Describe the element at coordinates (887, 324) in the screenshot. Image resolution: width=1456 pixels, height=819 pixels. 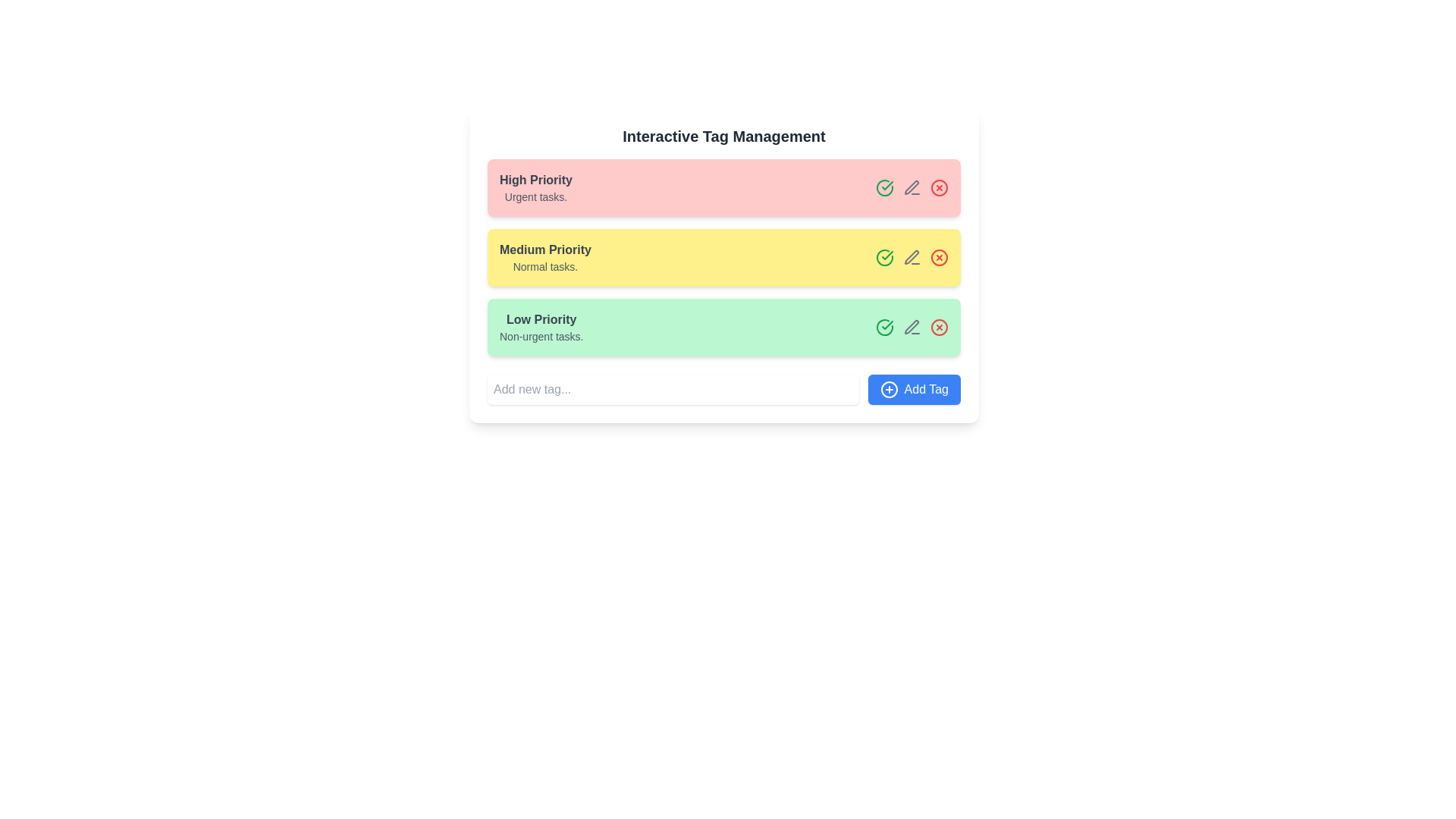
I see `the 'Low Priority' icon located inside the green button area` at that location.